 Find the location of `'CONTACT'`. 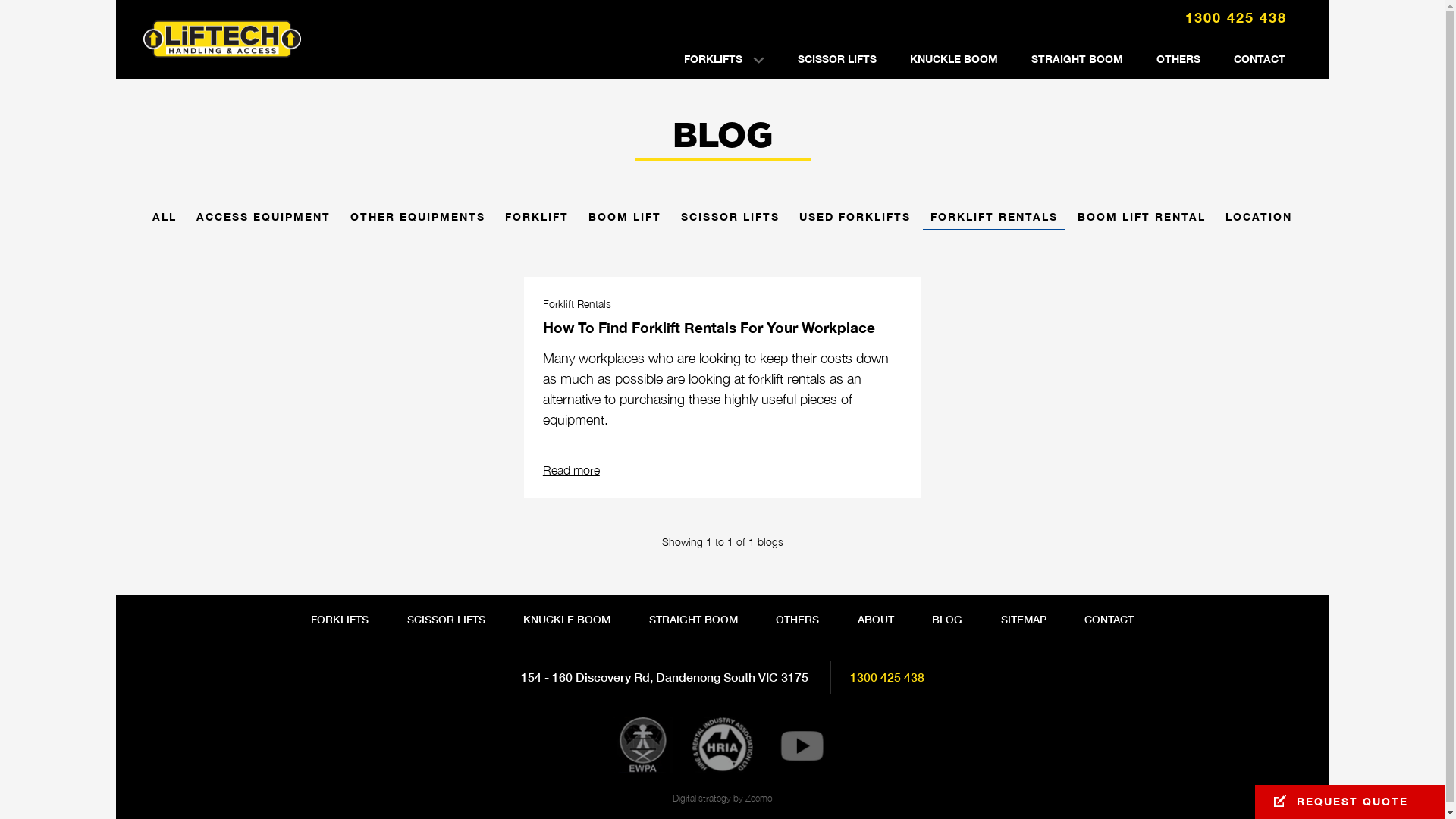

'CONTACT' is located at coordinates (1259, 58).